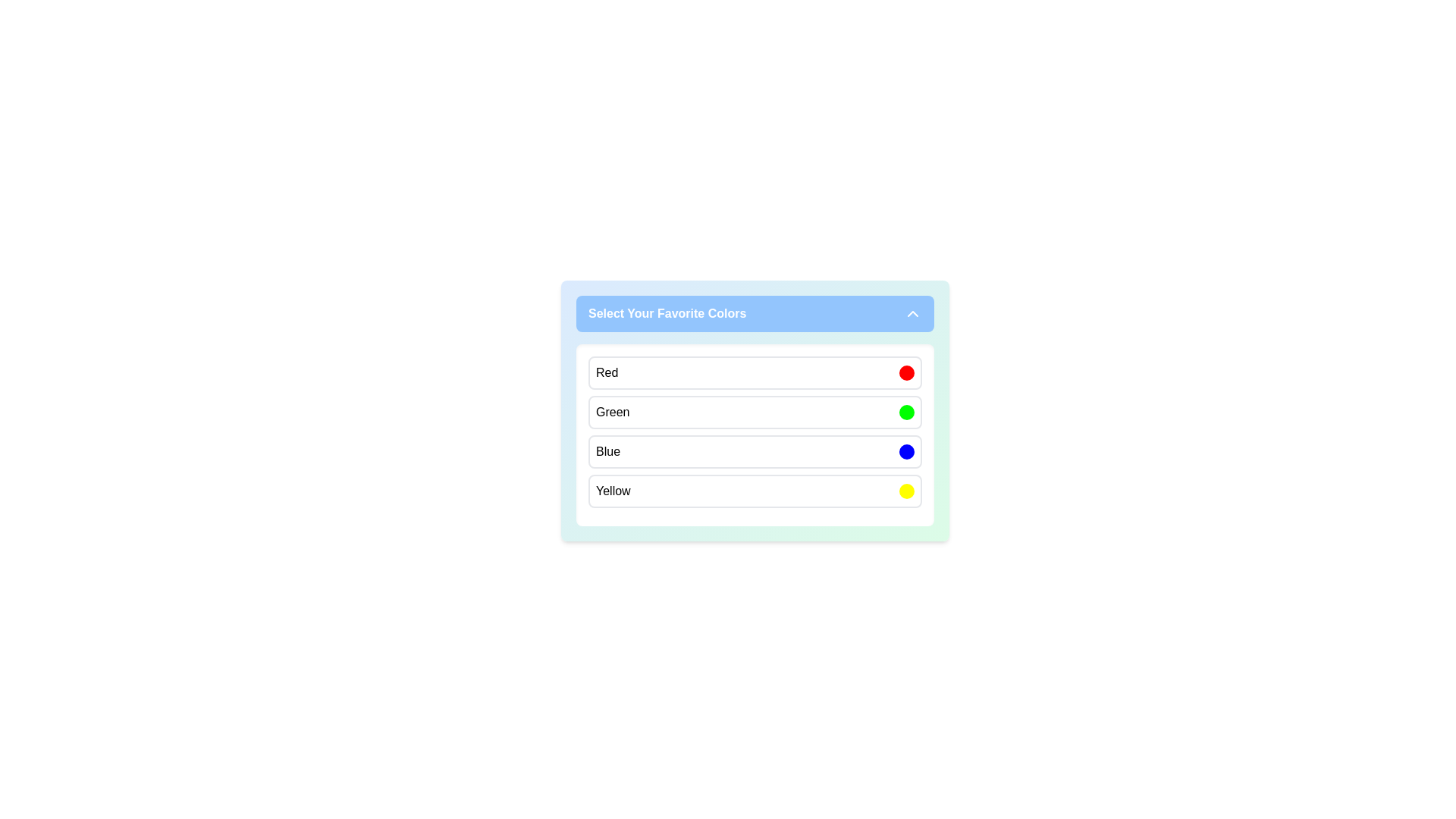 This screenshot has width=1456, height=819. I want to click on the text label displaying the word 'Blue', which is the third item in the vertical list of selectable color options, located to the left of the circular blue indicator, so click(607, 451).